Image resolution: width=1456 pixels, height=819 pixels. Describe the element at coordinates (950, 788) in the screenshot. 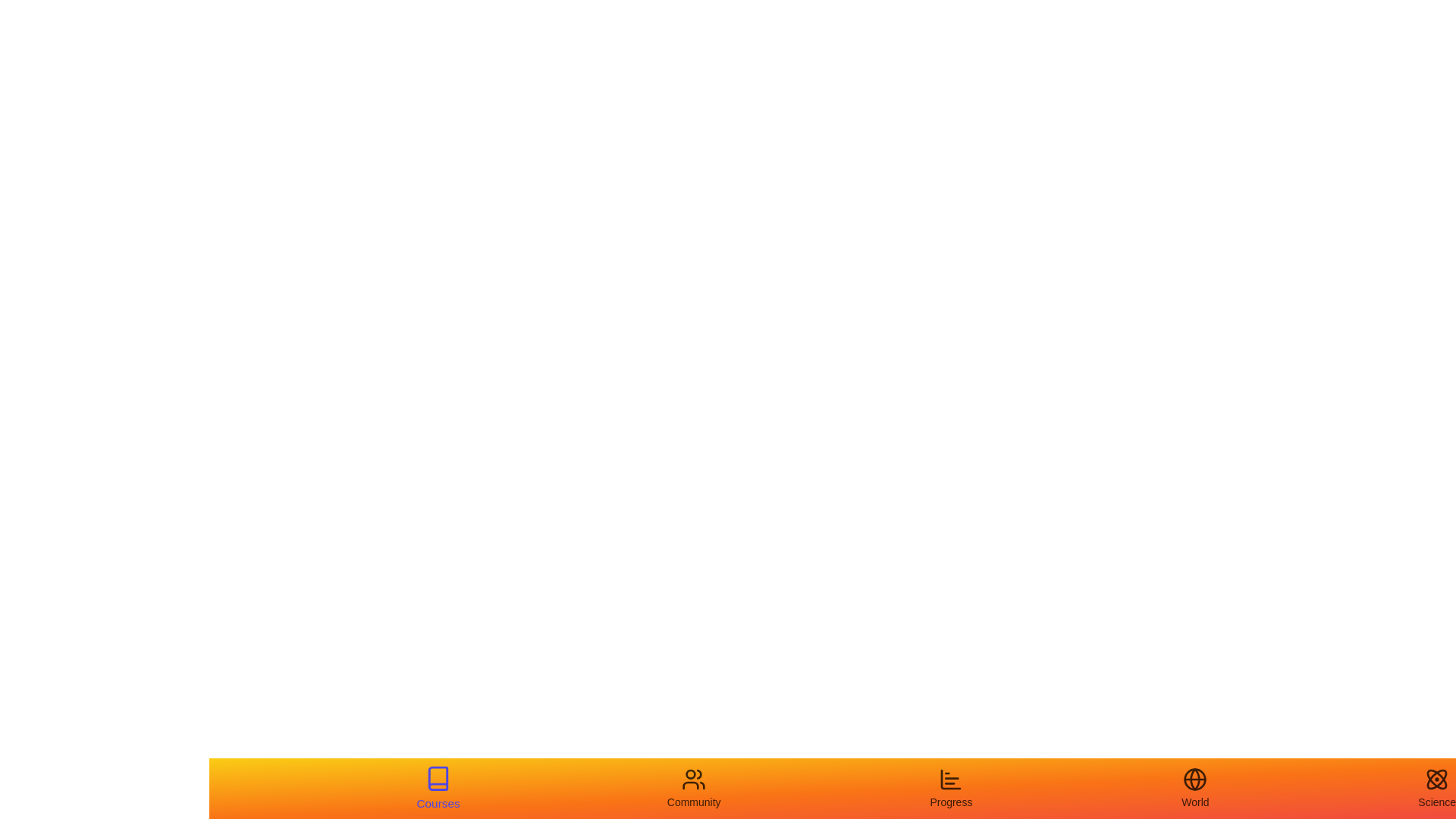

I see `the Progress tab to view its hover effect` at that location.